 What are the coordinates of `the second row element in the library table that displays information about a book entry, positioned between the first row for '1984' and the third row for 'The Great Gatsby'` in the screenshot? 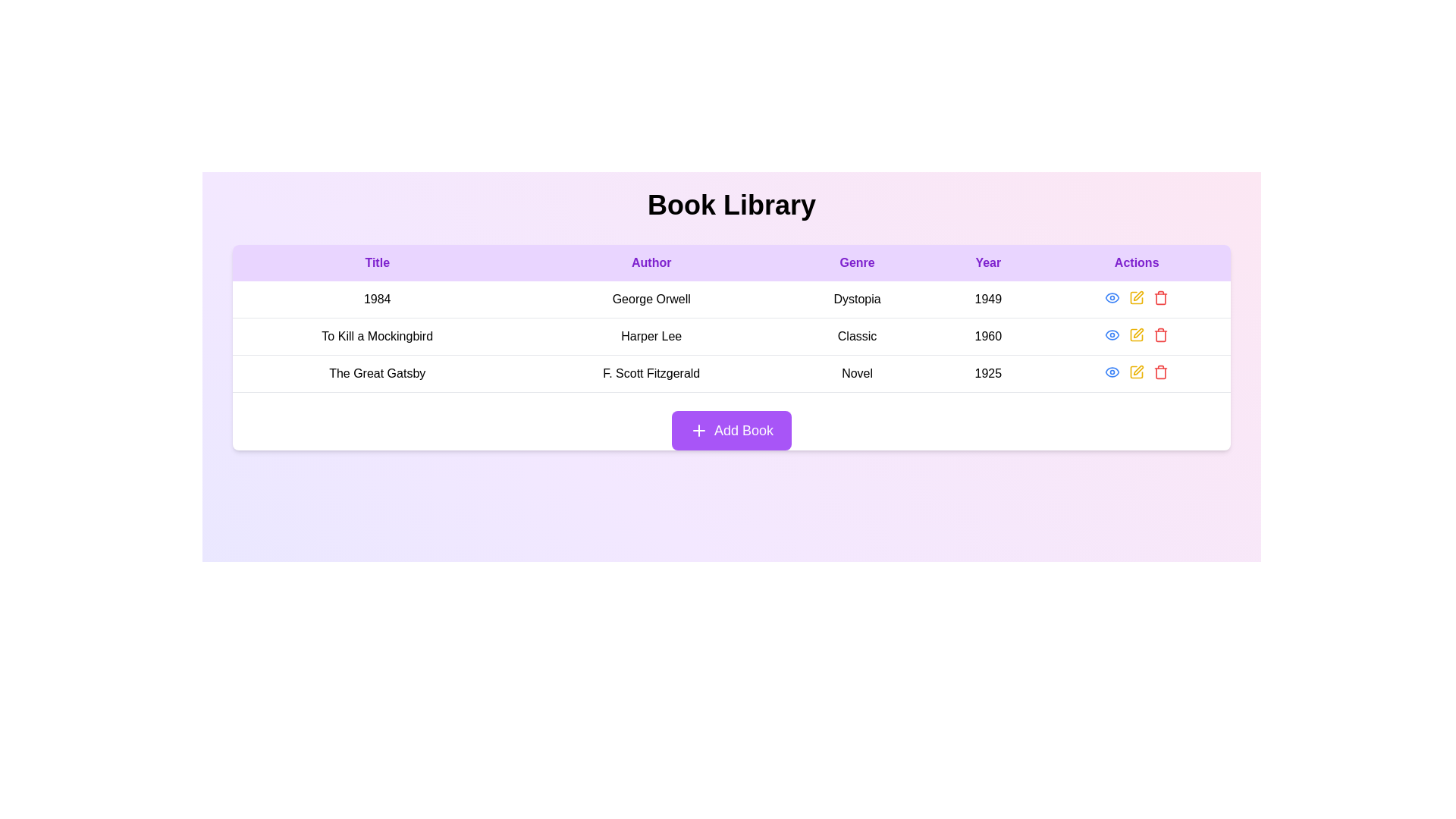 It's located at (731, 335).